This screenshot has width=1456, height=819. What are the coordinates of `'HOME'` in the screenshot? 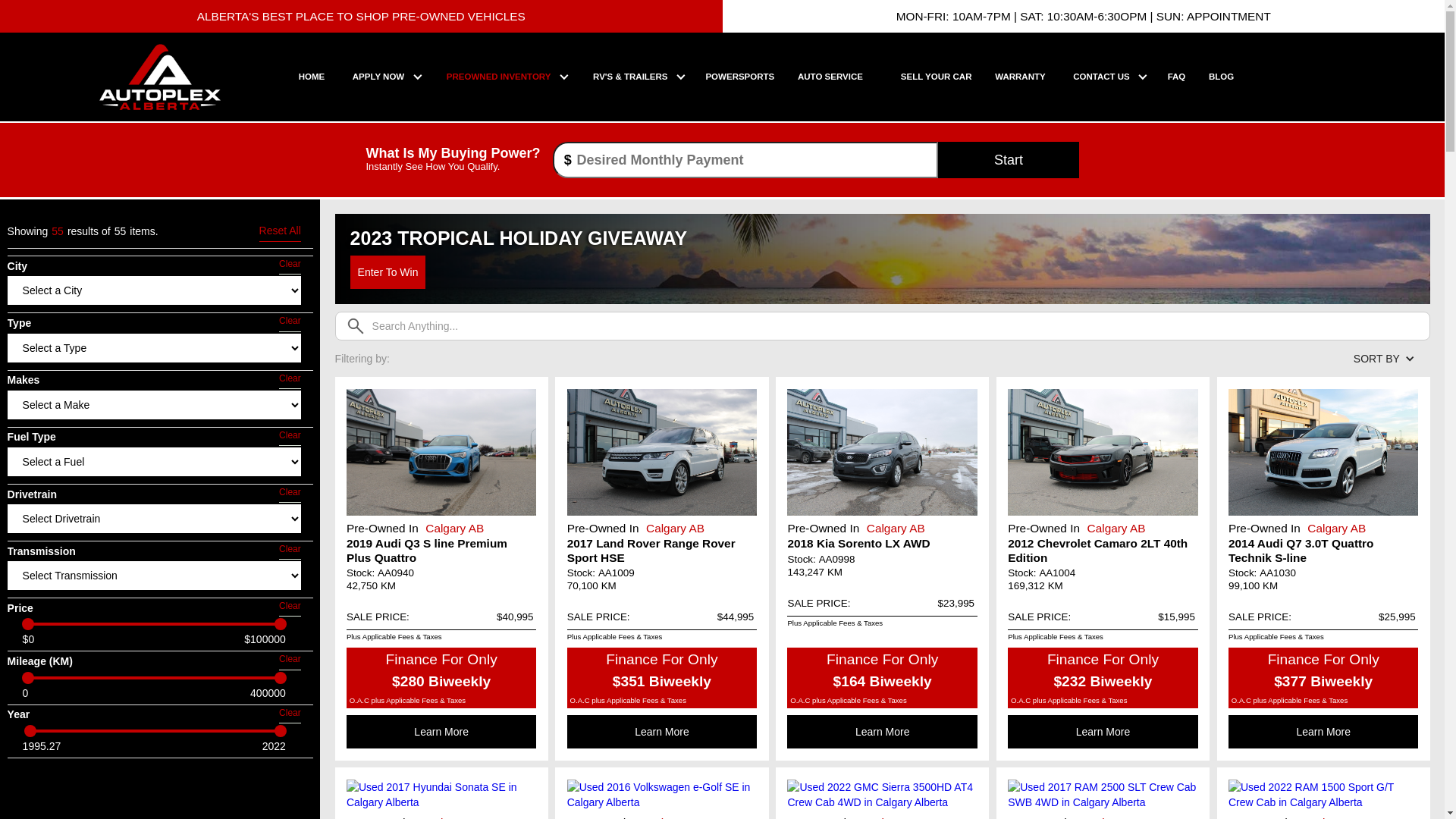 It's located at (311, 77).